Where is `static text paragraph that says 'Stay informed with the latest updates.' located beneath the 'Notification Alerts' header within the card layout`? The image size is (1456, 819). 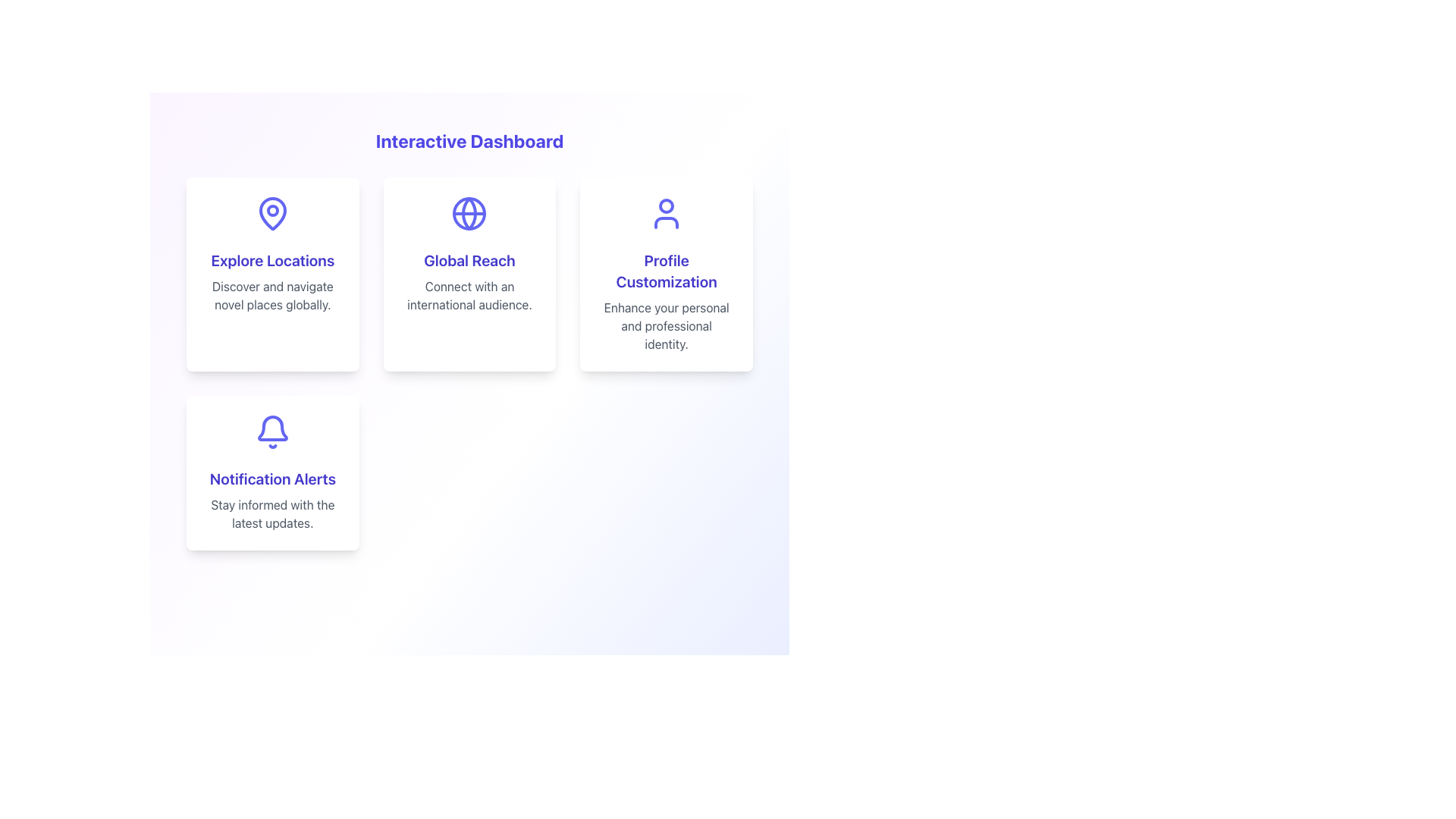 static text paragraph that says 'Stay informed with the latest updates.' located beneath the 'Notification Alerts' header within the card layout is located at coordinates (272, 513).